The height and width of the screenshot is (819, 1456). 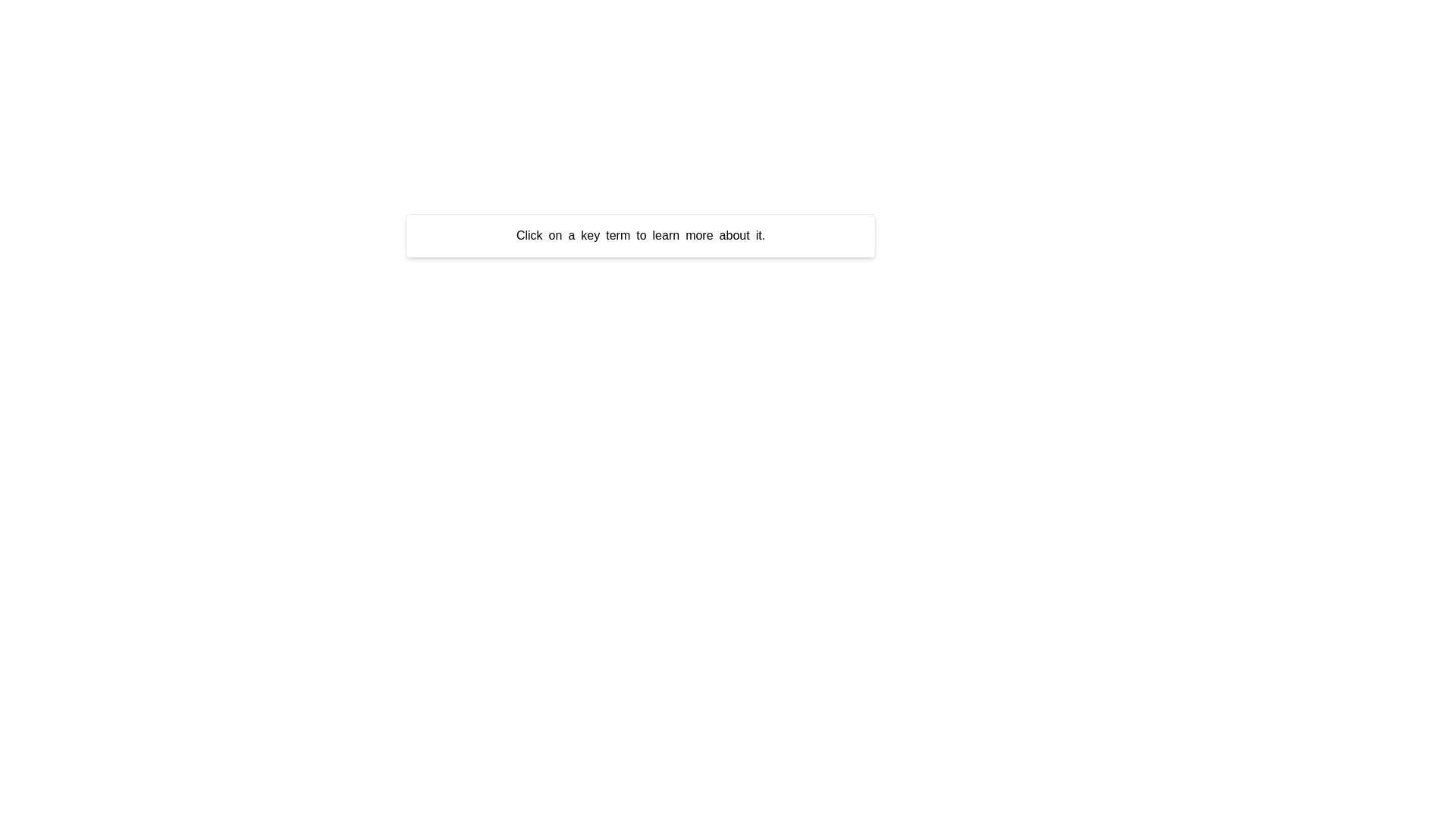 I want to click on the third word in the instruction text that follows 'Click' and 'on', and precedes 'key', 'term', and other subsequent words, which is marked as non-interactive, so click(x=570, y=235).